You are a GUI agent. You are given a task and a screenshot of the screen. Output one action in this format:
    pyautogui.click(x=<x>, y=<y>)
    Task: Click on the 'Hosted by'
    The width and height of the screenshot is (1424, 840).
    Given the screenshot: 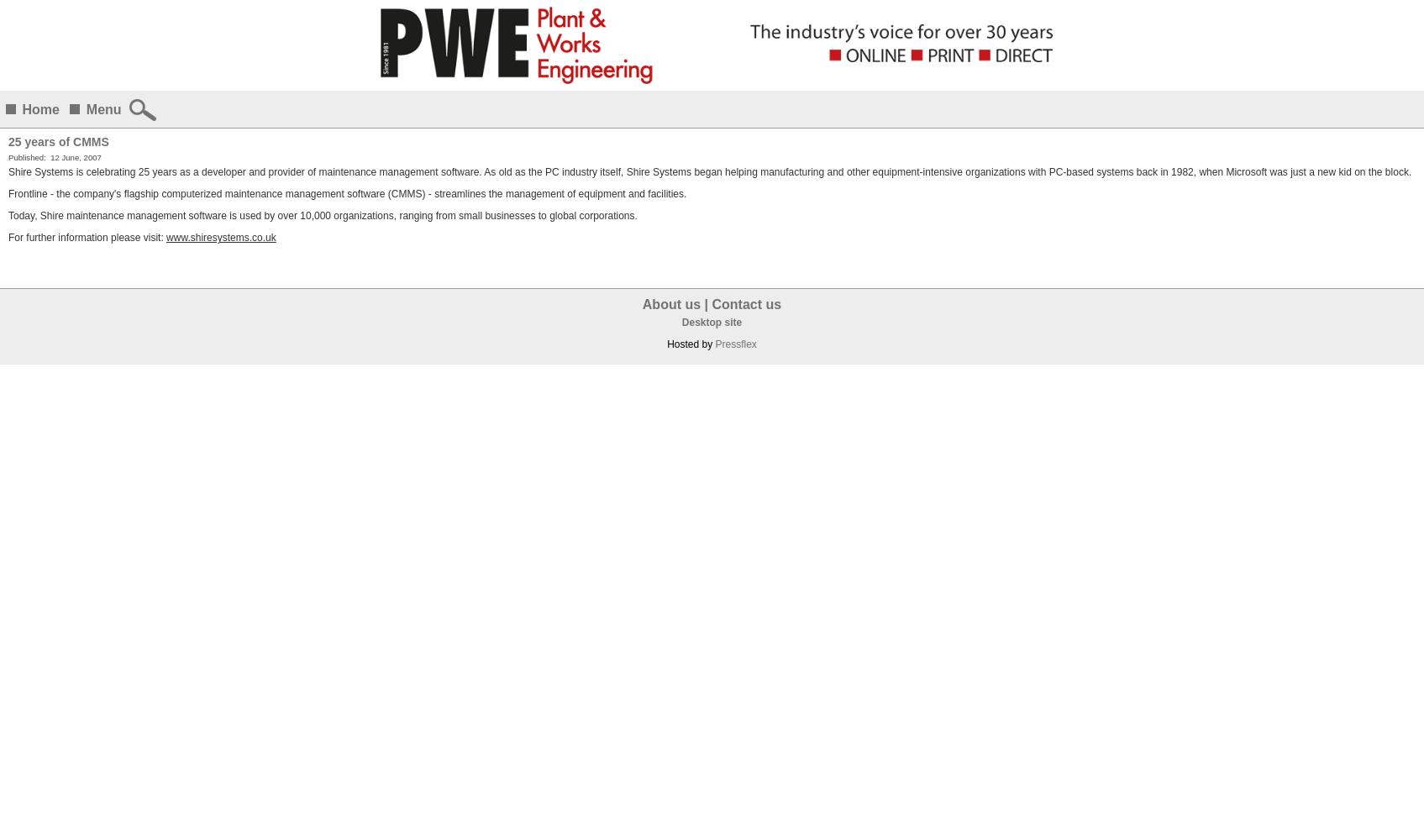 What is the action you would take?
    pyautogui.click(x=691, y=344)
    